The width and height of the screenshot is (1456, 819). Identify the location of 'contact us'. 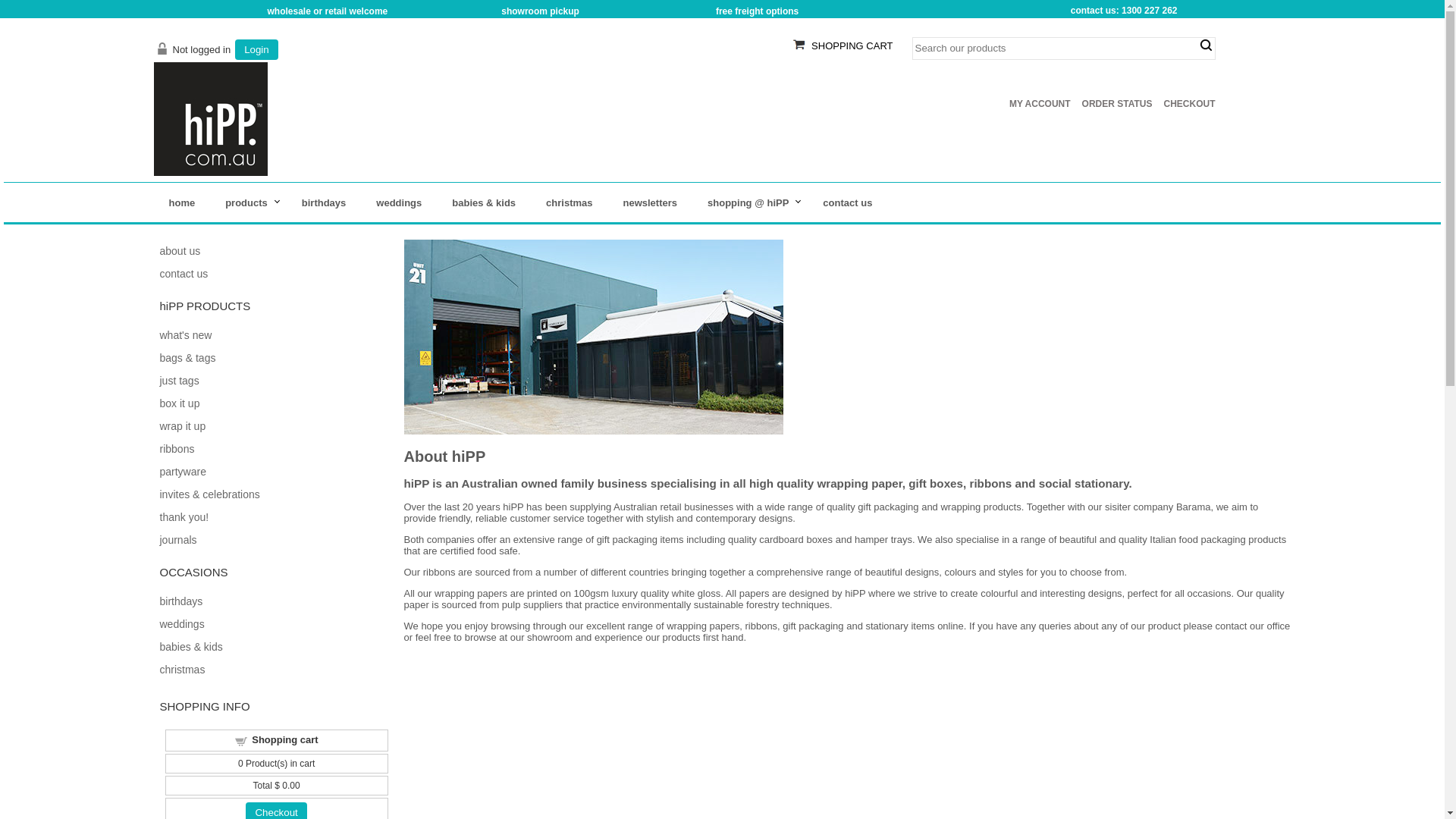
(846, 202).